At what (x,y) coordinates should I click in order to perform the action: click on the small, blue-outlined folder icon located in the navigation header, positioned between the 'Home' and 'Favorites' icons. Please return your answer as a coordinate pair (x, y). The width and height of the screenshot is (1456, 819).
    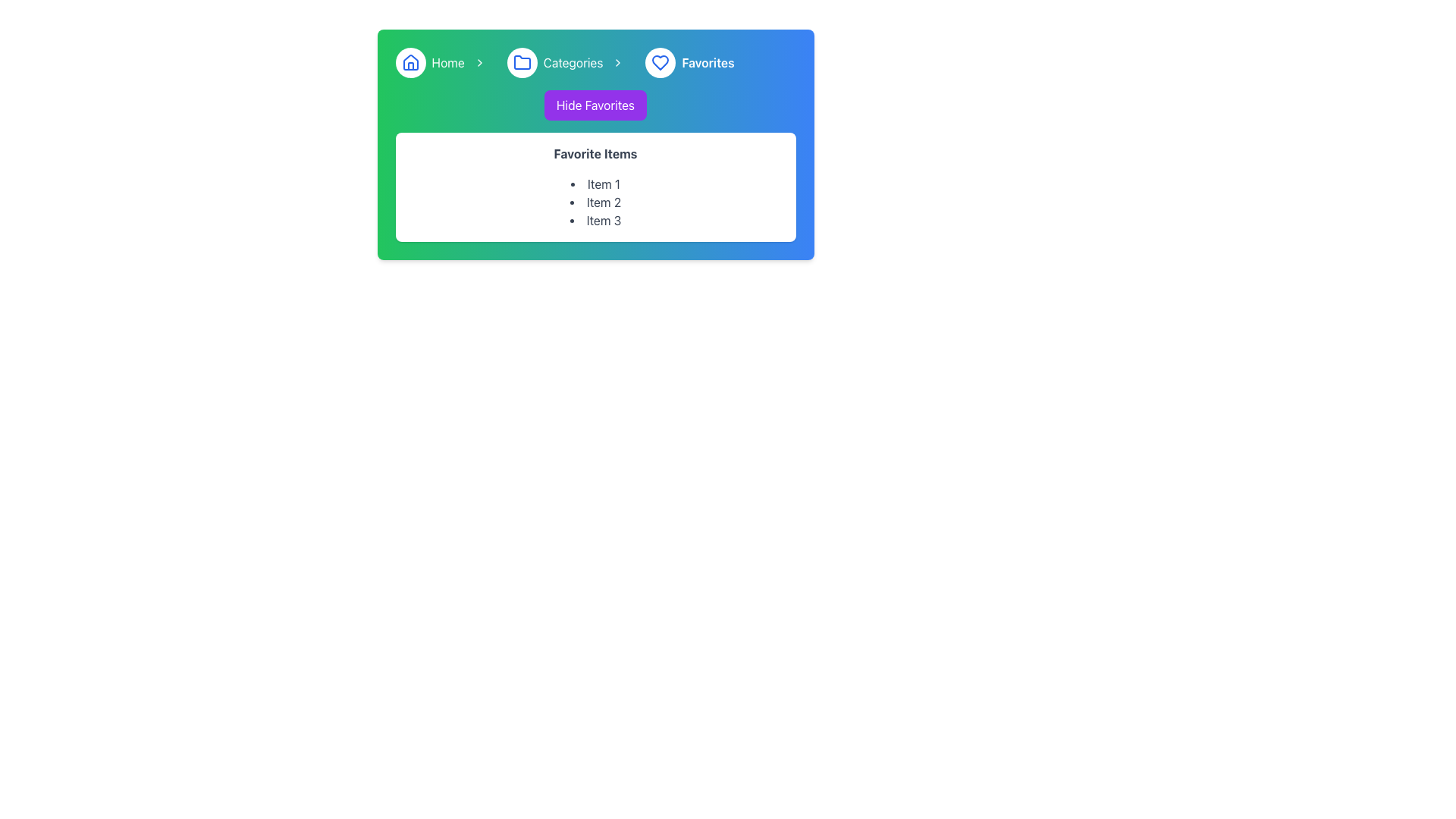
    Looking at the image, I should click on (522, 62).